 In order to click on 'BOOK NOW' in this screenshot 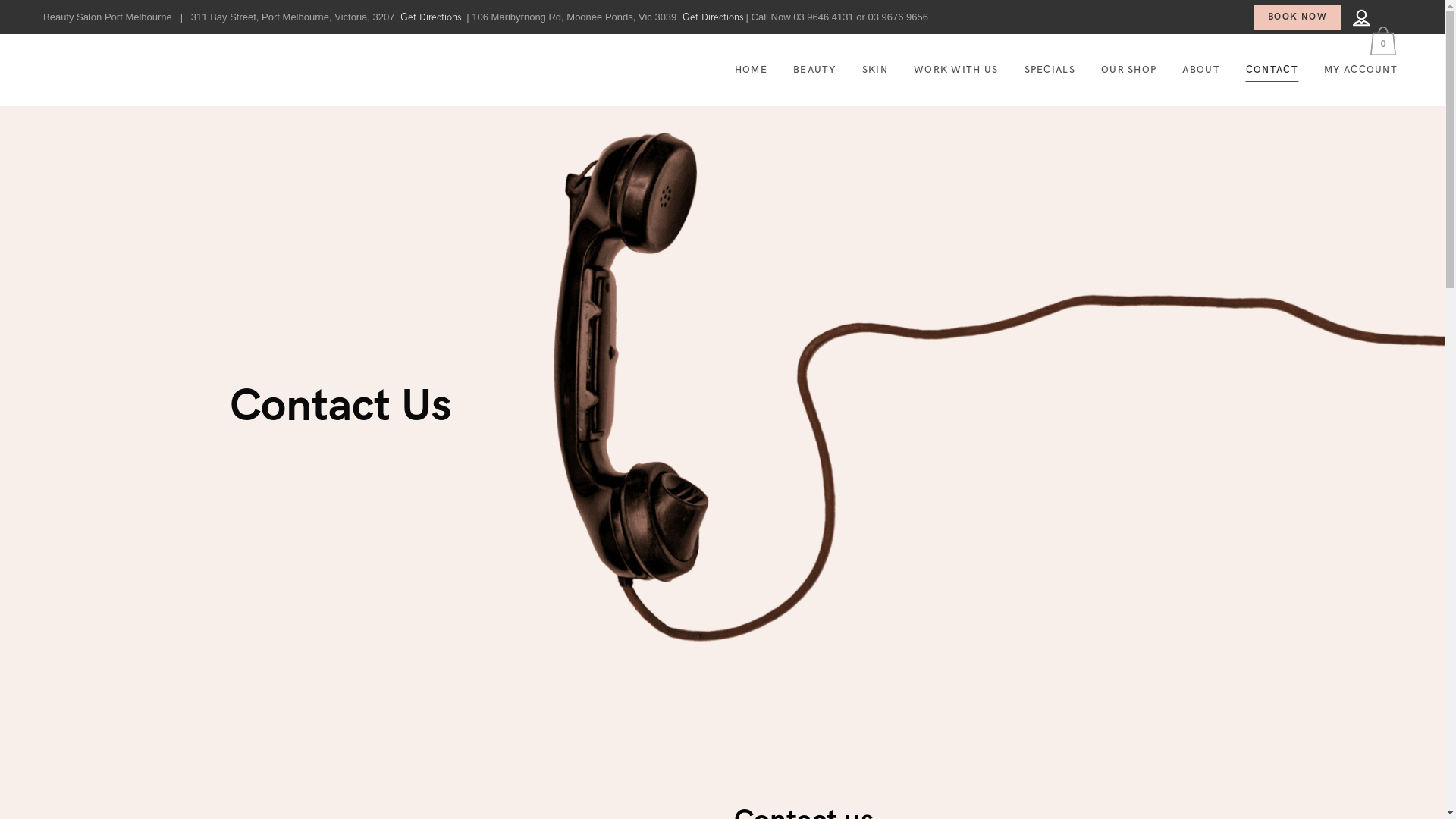, I will do `click(1296, 17)`.